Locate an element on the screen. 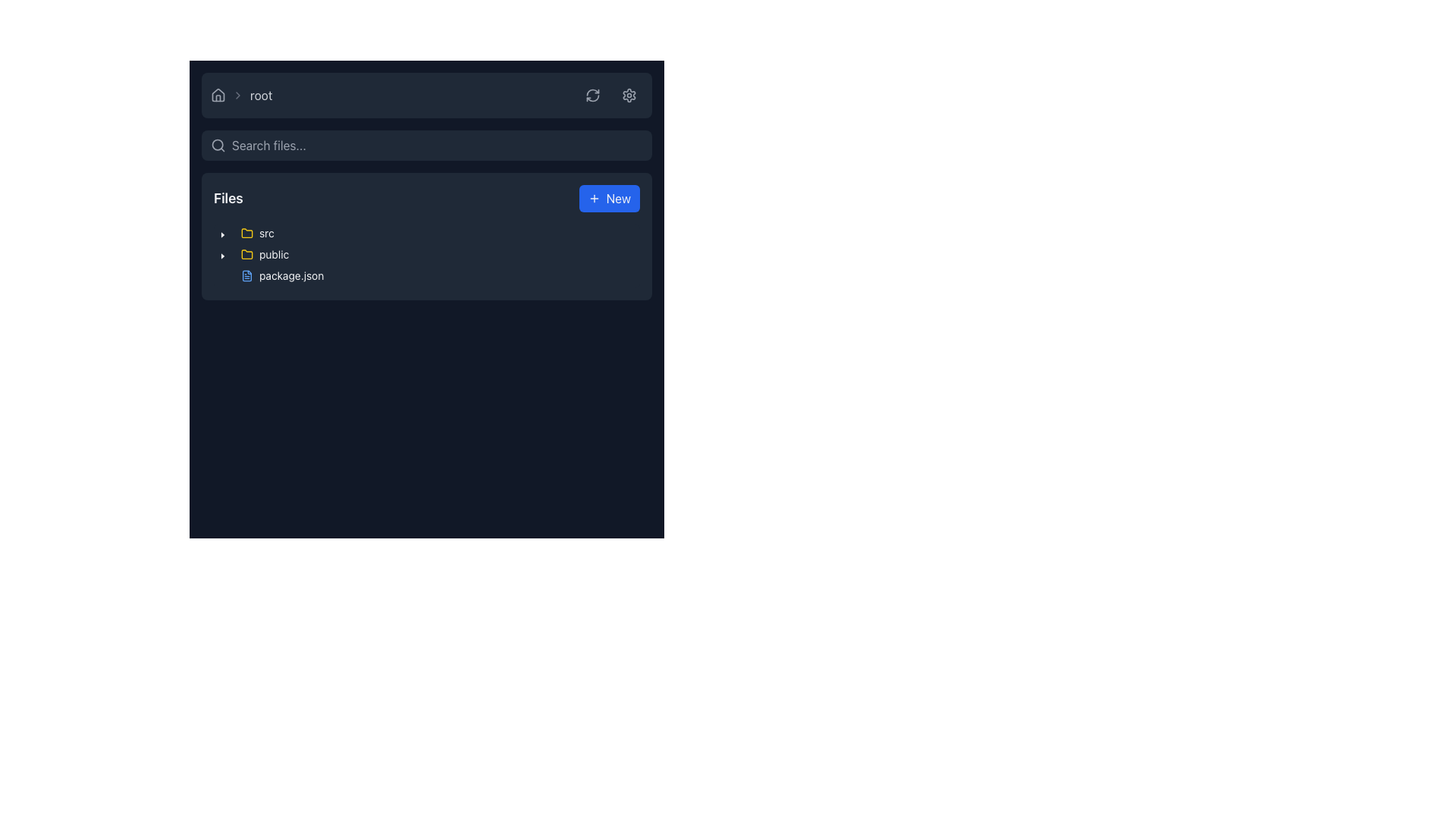  the 'root' label is located at coordinates (240, 96).